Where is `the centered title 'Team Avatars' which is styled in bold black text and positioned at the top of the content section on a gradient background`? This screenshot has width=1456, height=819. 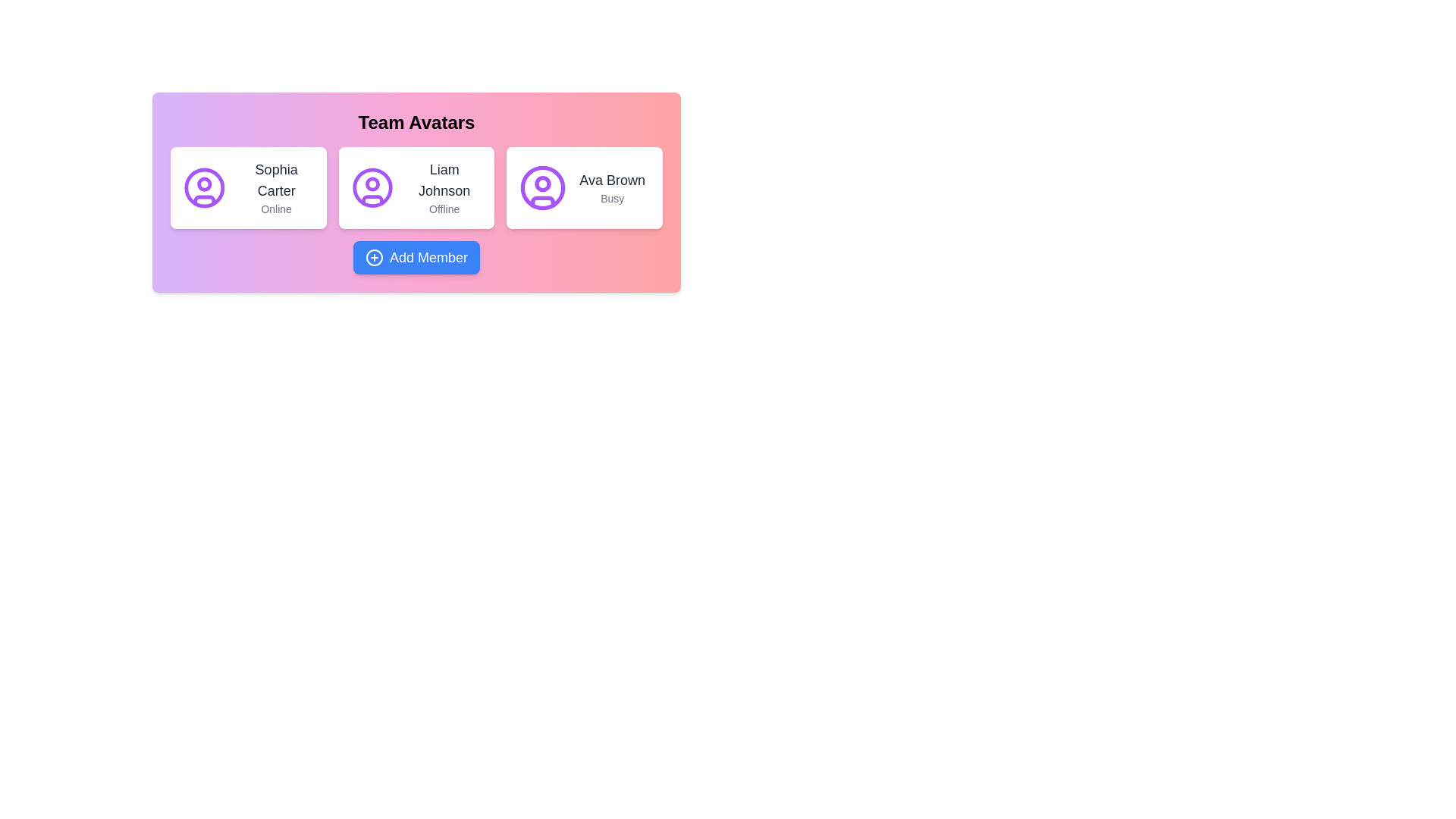
the centered title 'Team Avatars' which is styled in bold black text and positioned at the top of the content section on a gradient background is located at coordinates (416, 122).